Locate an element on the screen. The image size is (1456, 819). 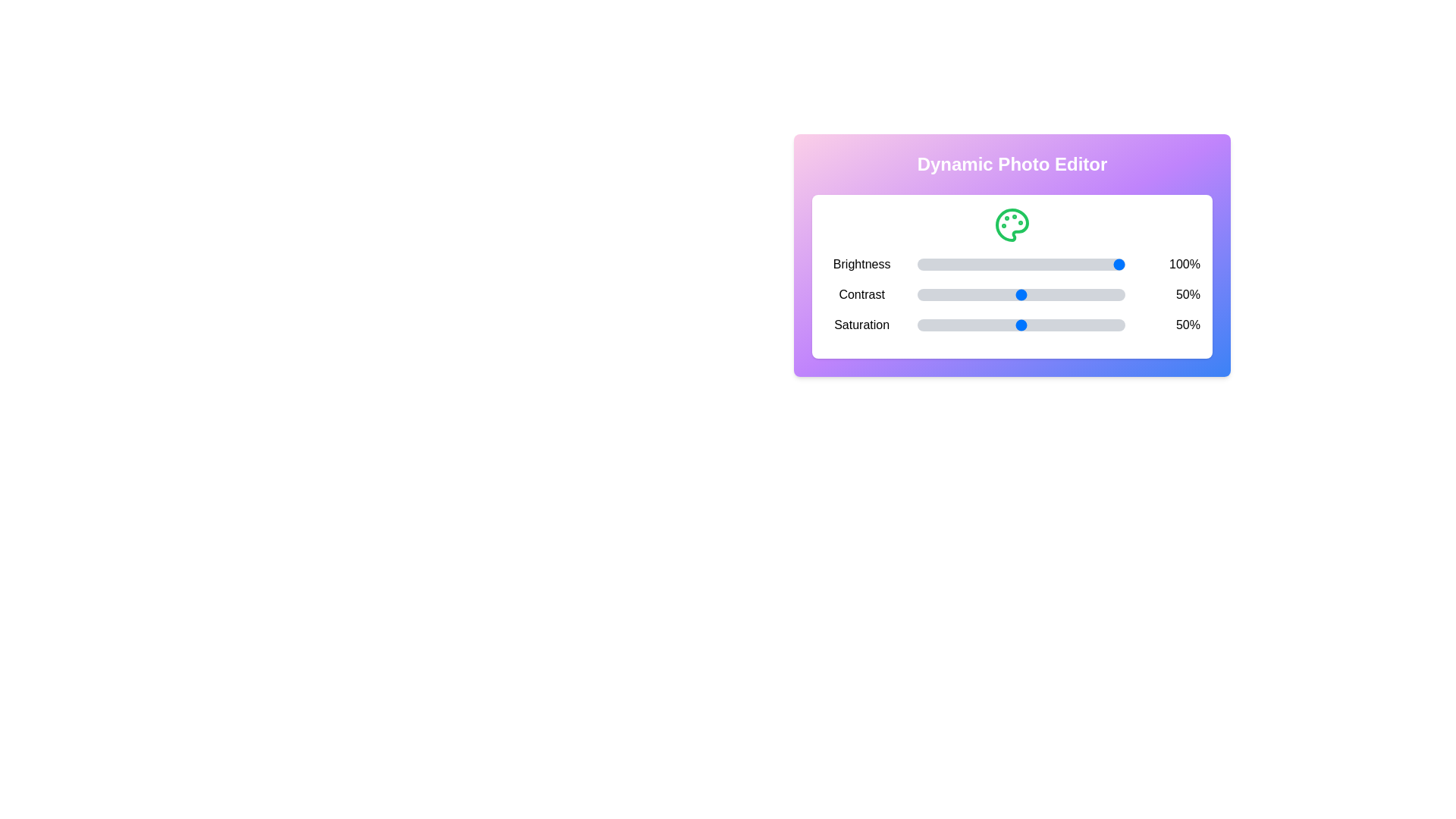
the Contrast slider to set its value to 22 is located at coordinates (962, 295).